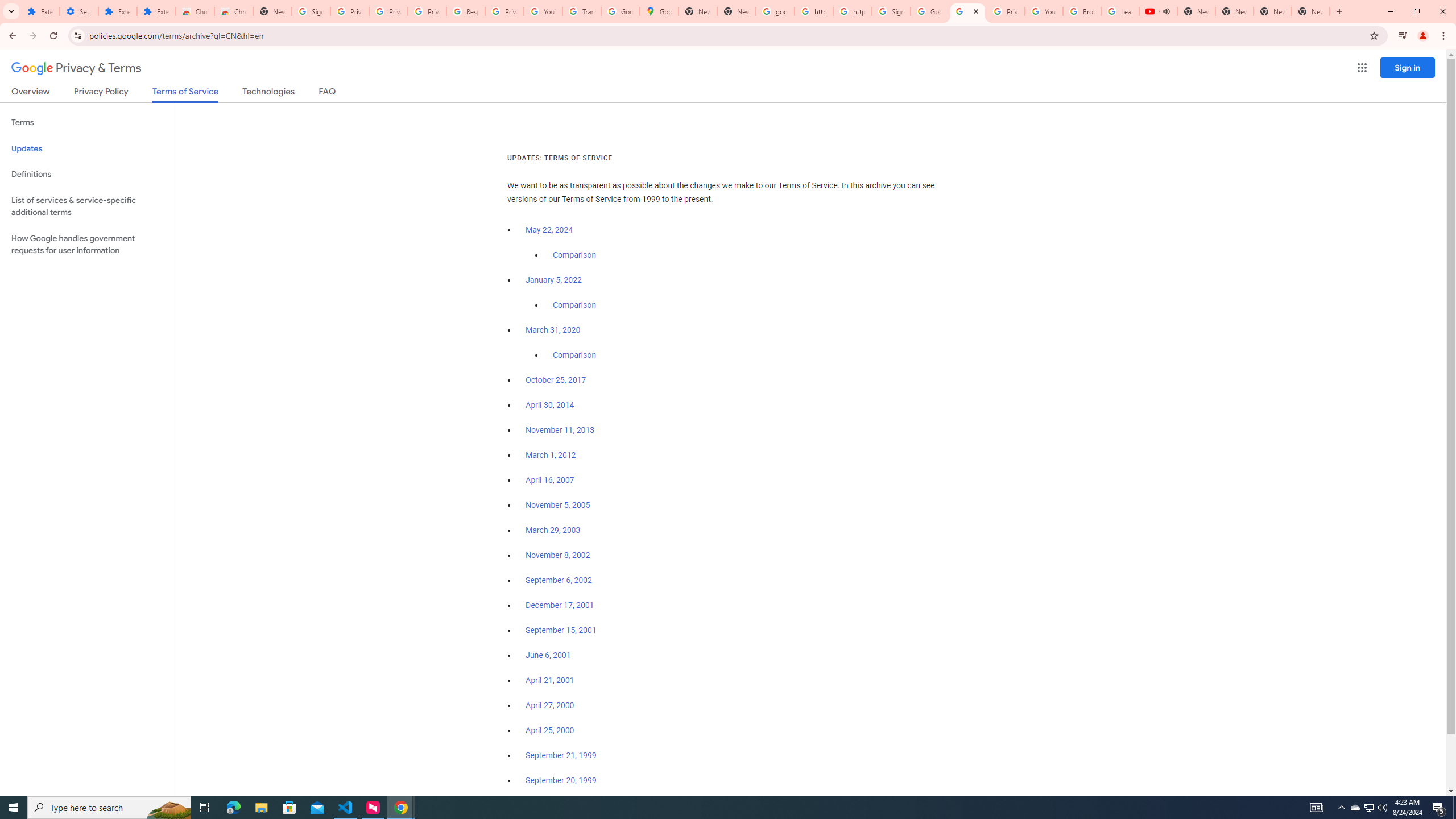  I want to click on 'YouTube', so click(1043, 11).